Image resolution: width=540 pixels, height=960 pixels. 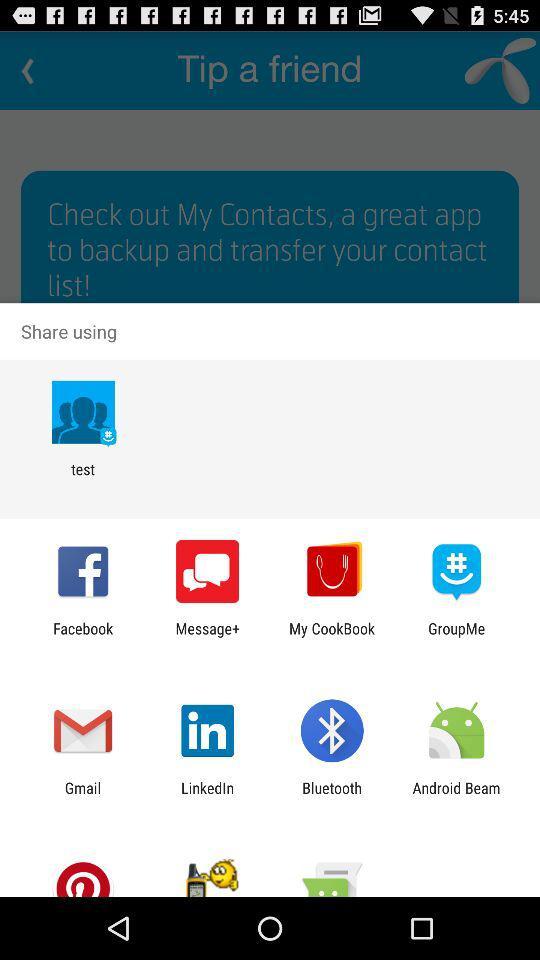 I want to click on the item next to bluetooth app, so click(x=206, y=796).